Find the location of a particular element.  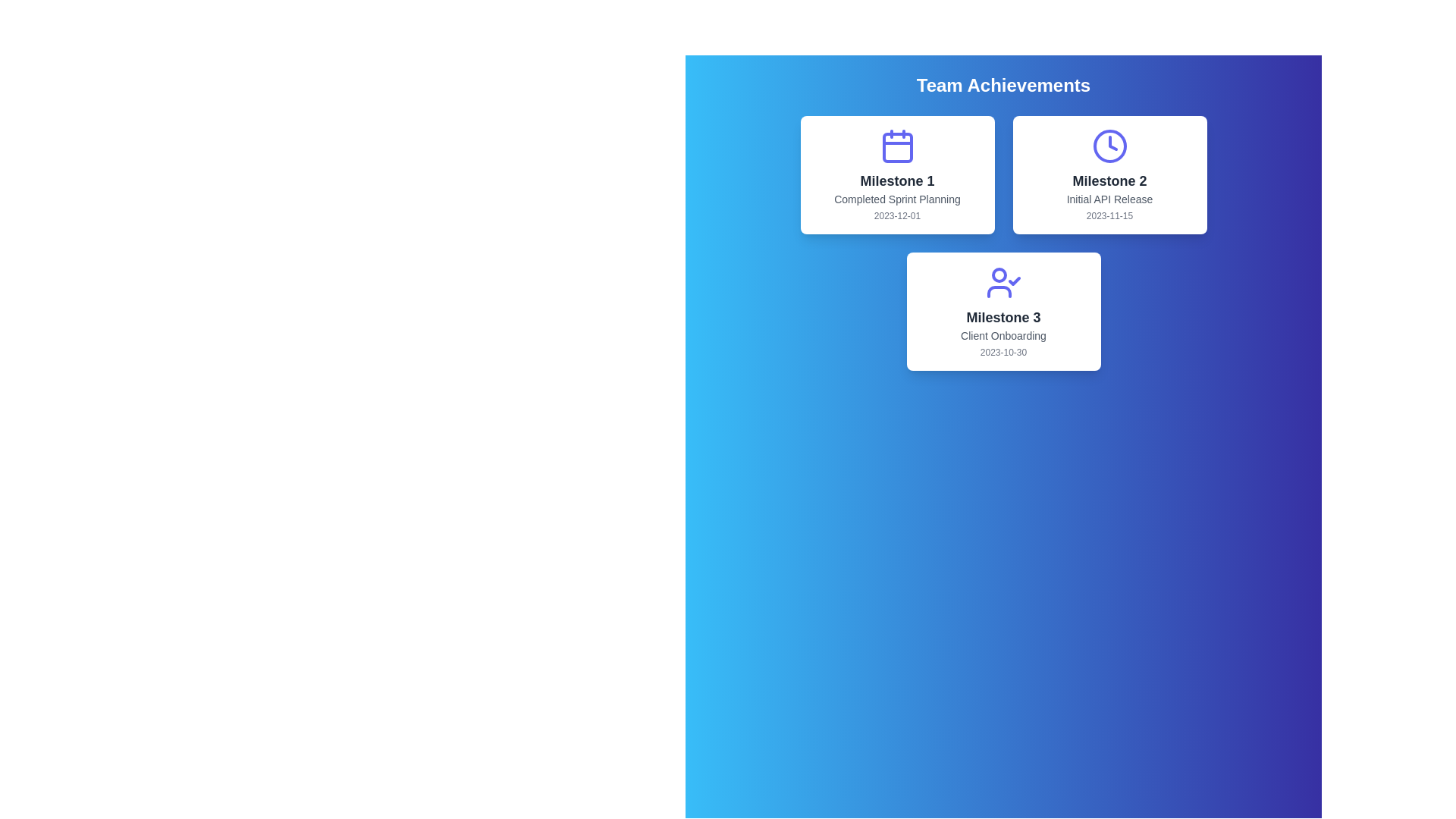

the Date label displaying '2023-11-15' in gray font, which is positioned below 'Initial API Release' on the 'Milestone 2' card is located at coordinates (1109, 216).